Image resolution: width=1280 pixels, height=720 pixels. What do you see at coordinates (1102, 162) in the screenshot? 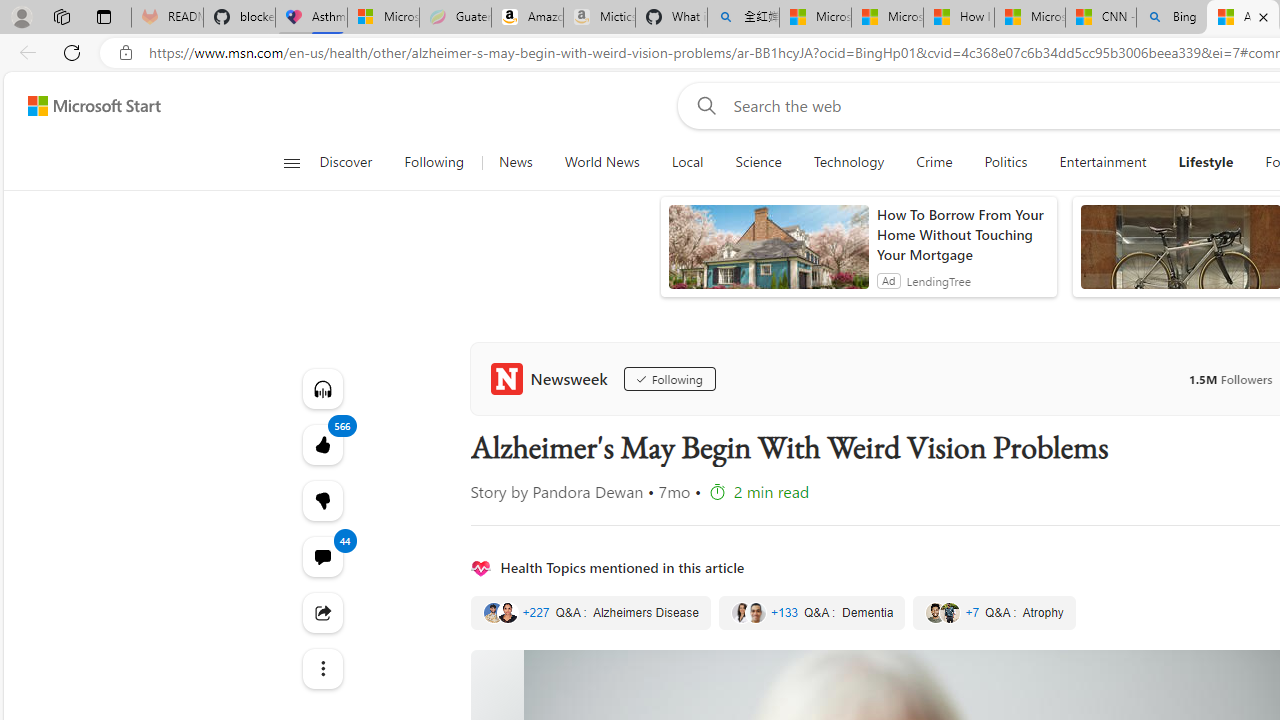
I see `'Entertainment'` at bounding box center [1102, 162].